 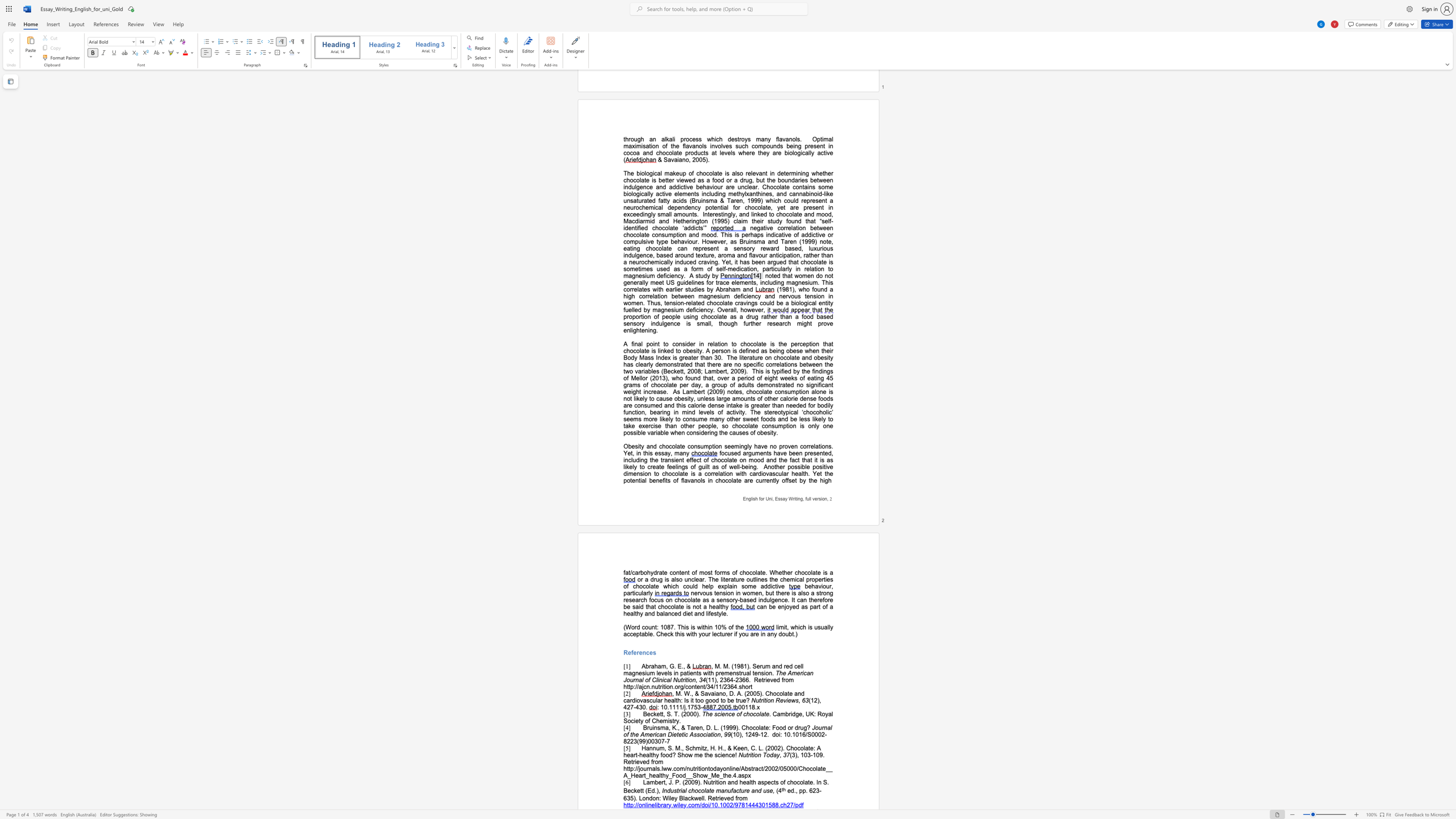 I want to click on the subset text "te" within the text "The science of chocolate", so click(x=763, y=714).